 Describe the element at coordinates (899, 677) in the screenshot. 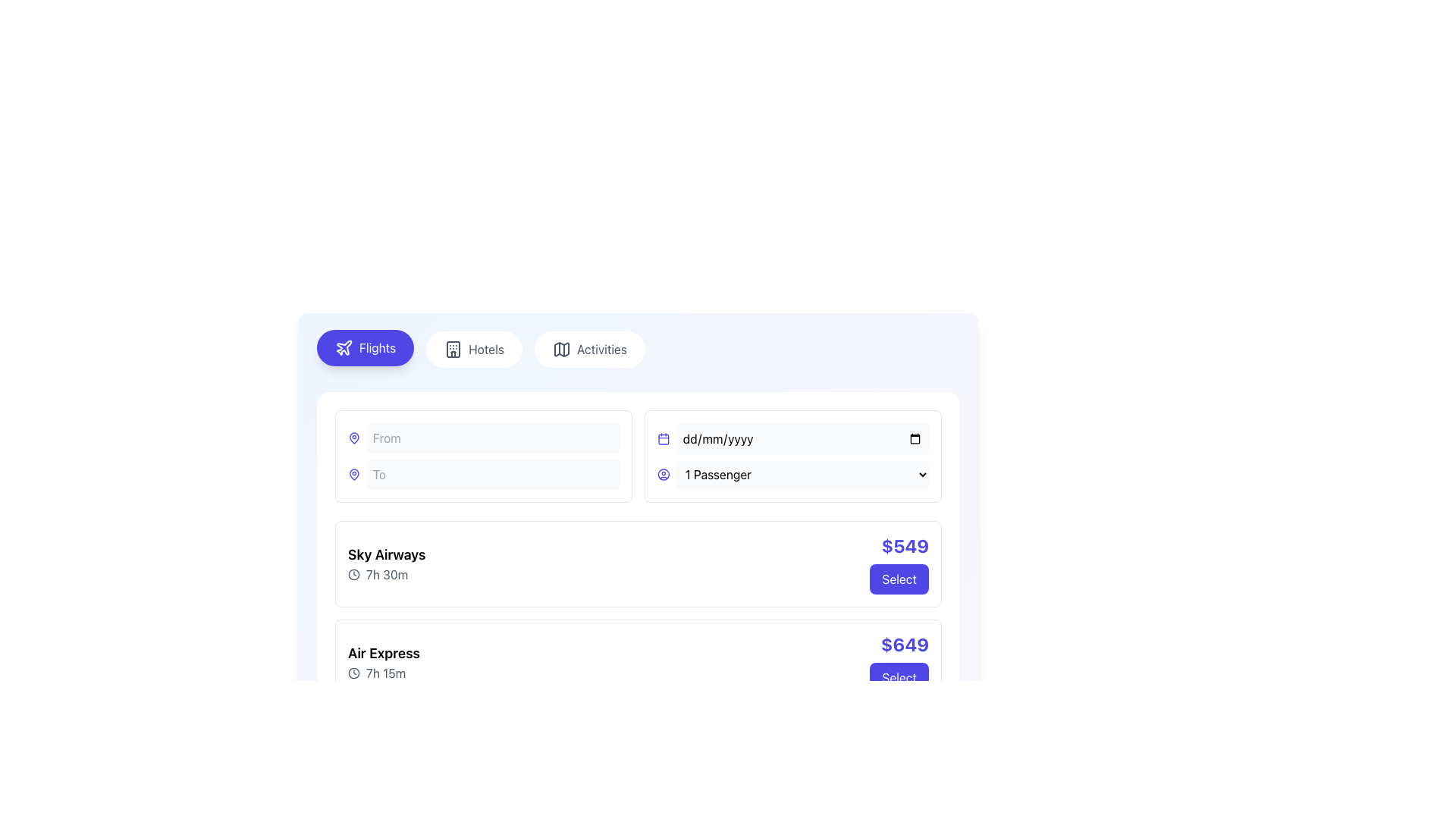

I see `the 'Select' button with a purple background located at the bottom right of the flight options interface` at that location.